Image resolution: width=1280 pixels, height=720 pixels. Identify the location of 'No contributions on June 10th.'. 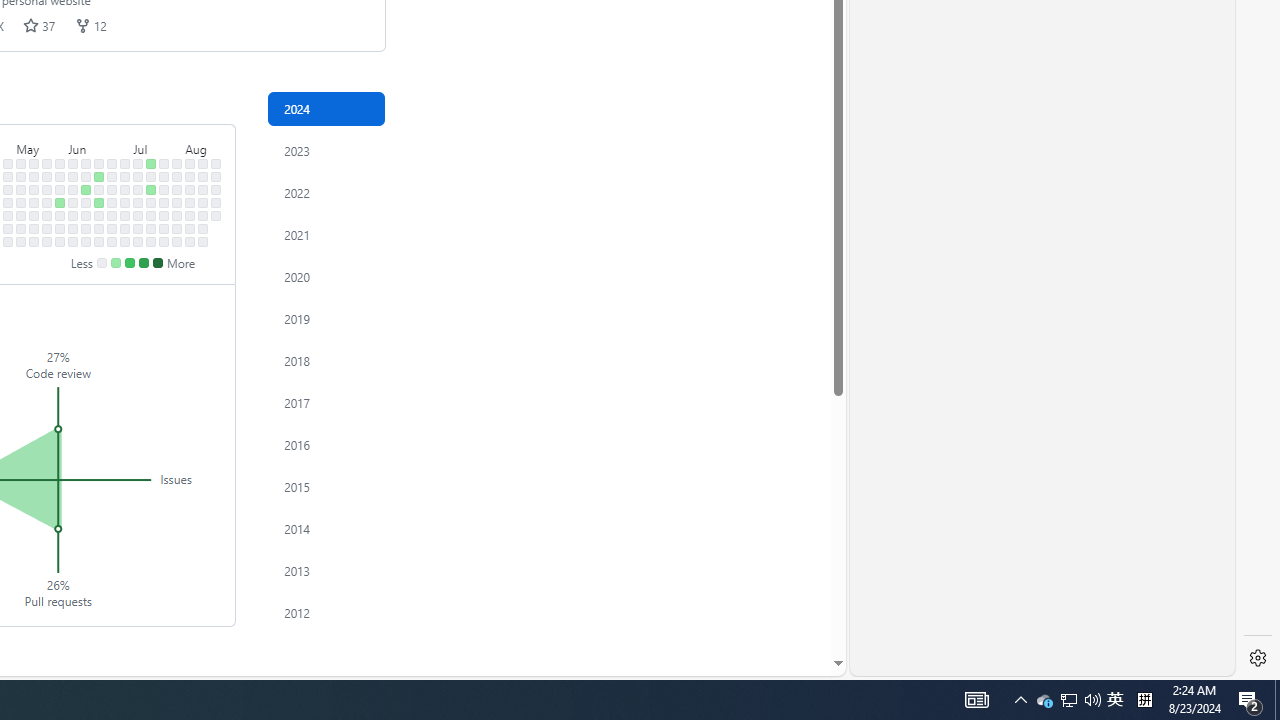
(85, 175).